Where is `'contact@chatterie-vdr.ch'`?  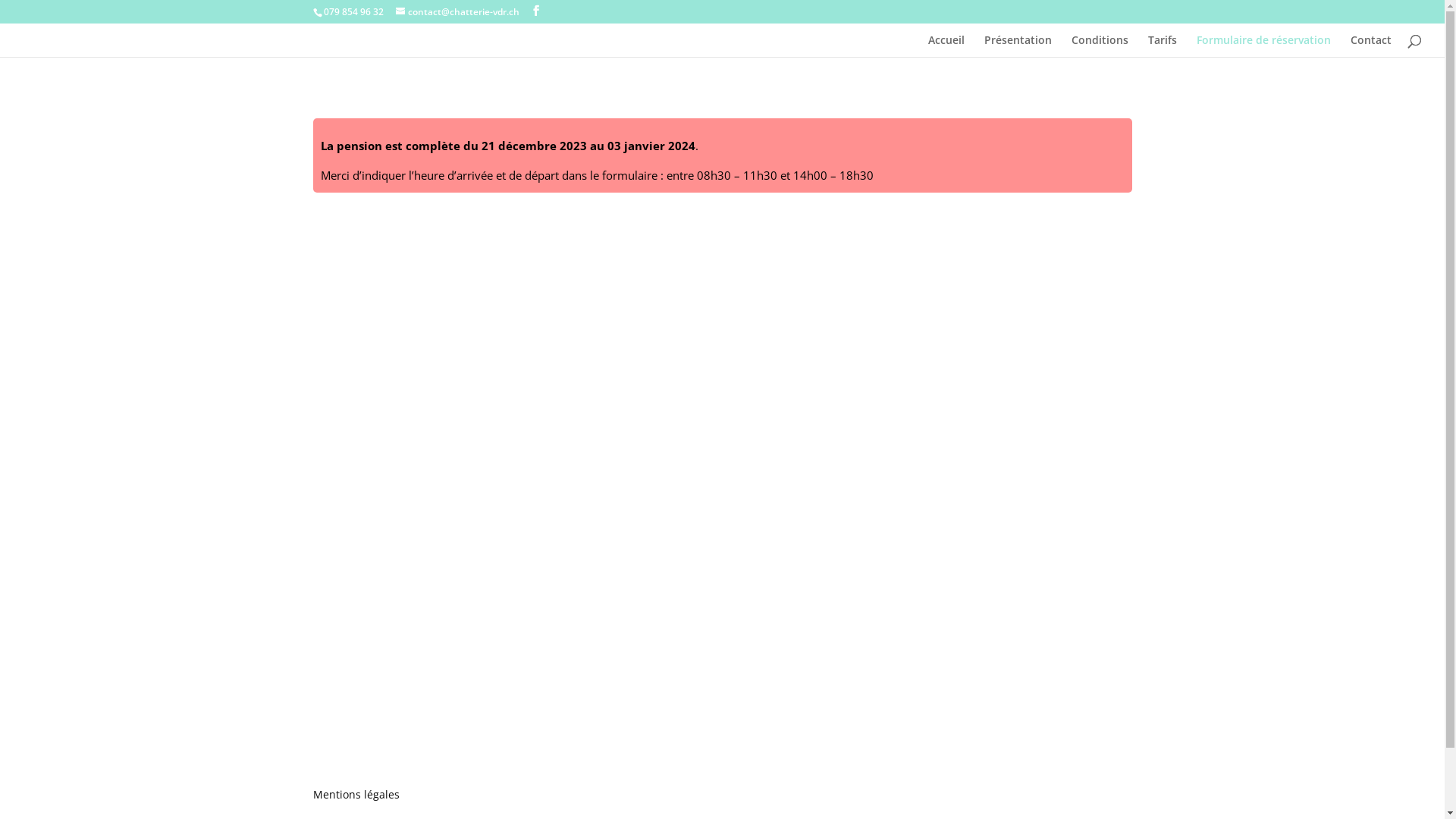 'contact@chatterie-vdr.ch' is located at coordinates (457, 11).